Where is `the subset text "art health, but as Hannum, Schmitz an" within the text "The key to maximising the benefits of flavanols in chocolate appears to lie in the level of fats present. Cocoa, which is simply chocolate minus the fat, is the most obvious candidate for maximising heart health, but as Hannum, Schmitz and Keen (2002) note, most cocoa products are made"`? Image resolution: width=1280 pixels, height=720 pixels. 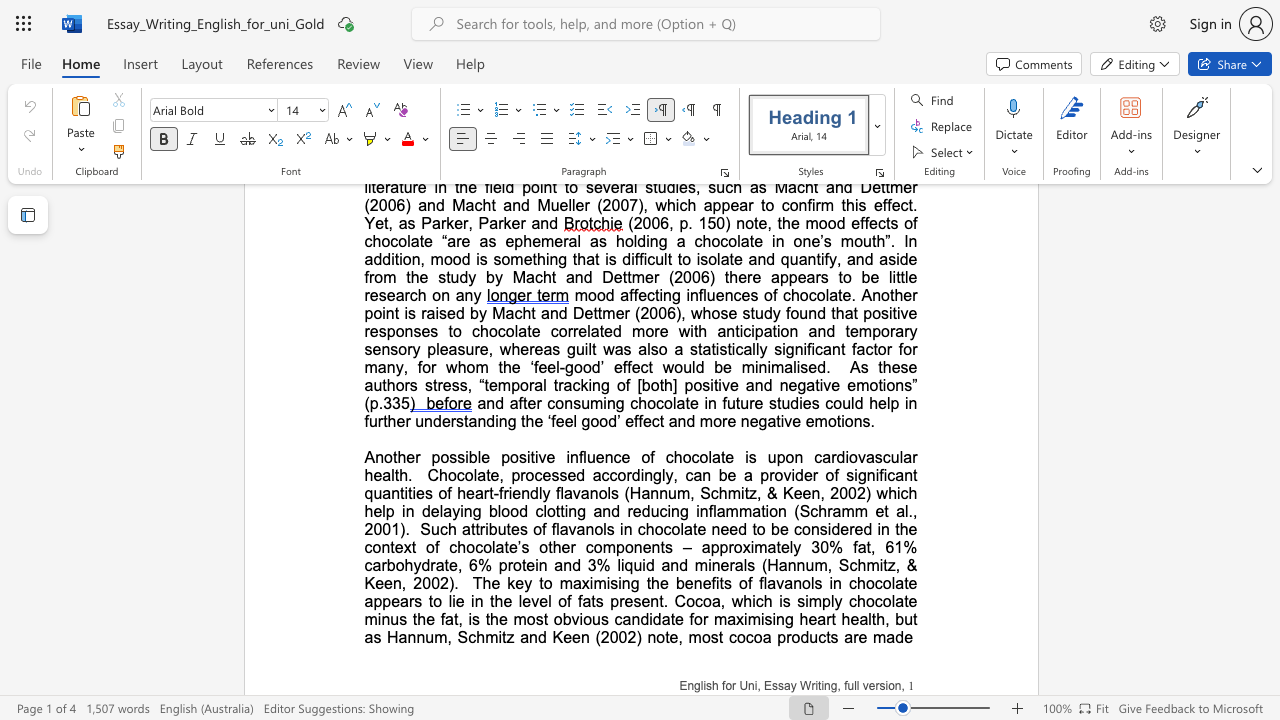
the subset text "art health, but as Hannum, Schmitz an" within the text "The key to maximising the benefits of flavanols in chocolate appears to lie in the level of fats present. Cocoa, which is simply chocolate minus the fat, is the most obvious candidate for maximising heart health, but as Hannum, Schmitz and Keen (2002) note, most cocoa products are made" is located at coordinates (817, 618).